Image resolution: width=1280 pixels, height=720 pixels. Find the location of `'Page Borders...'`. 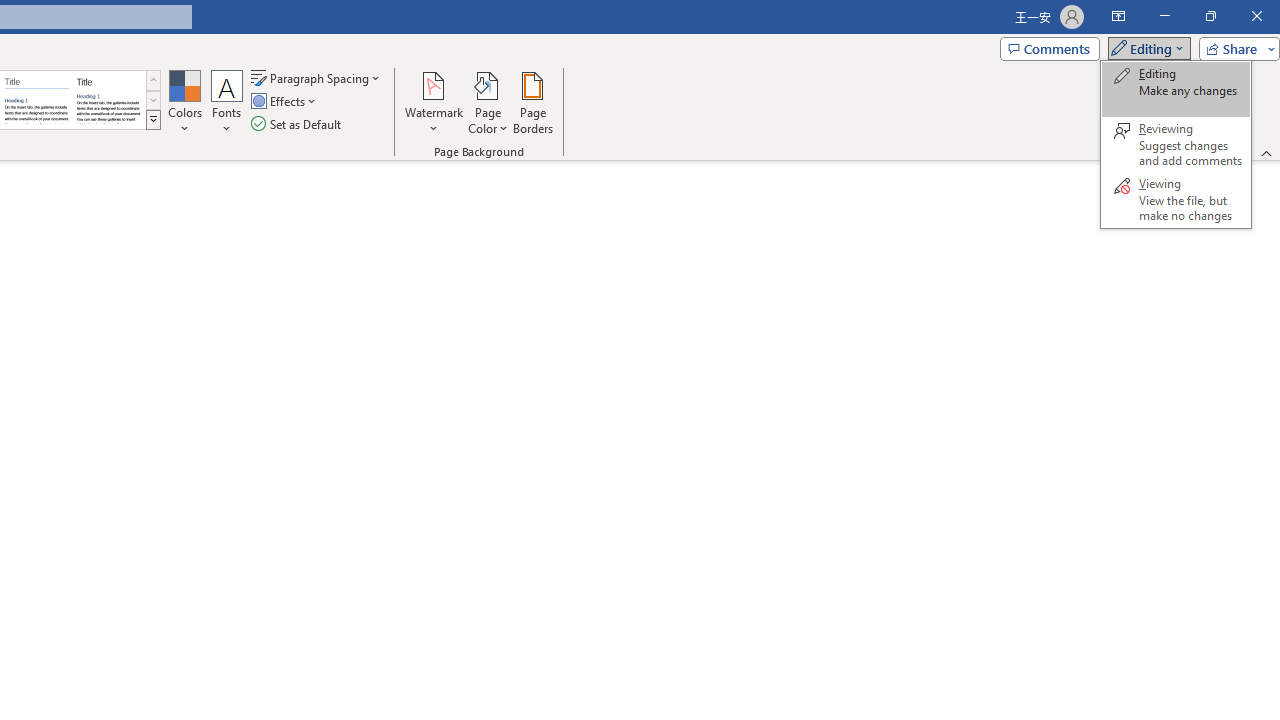

'Page Borders...' is located at coordinates (533, 103).